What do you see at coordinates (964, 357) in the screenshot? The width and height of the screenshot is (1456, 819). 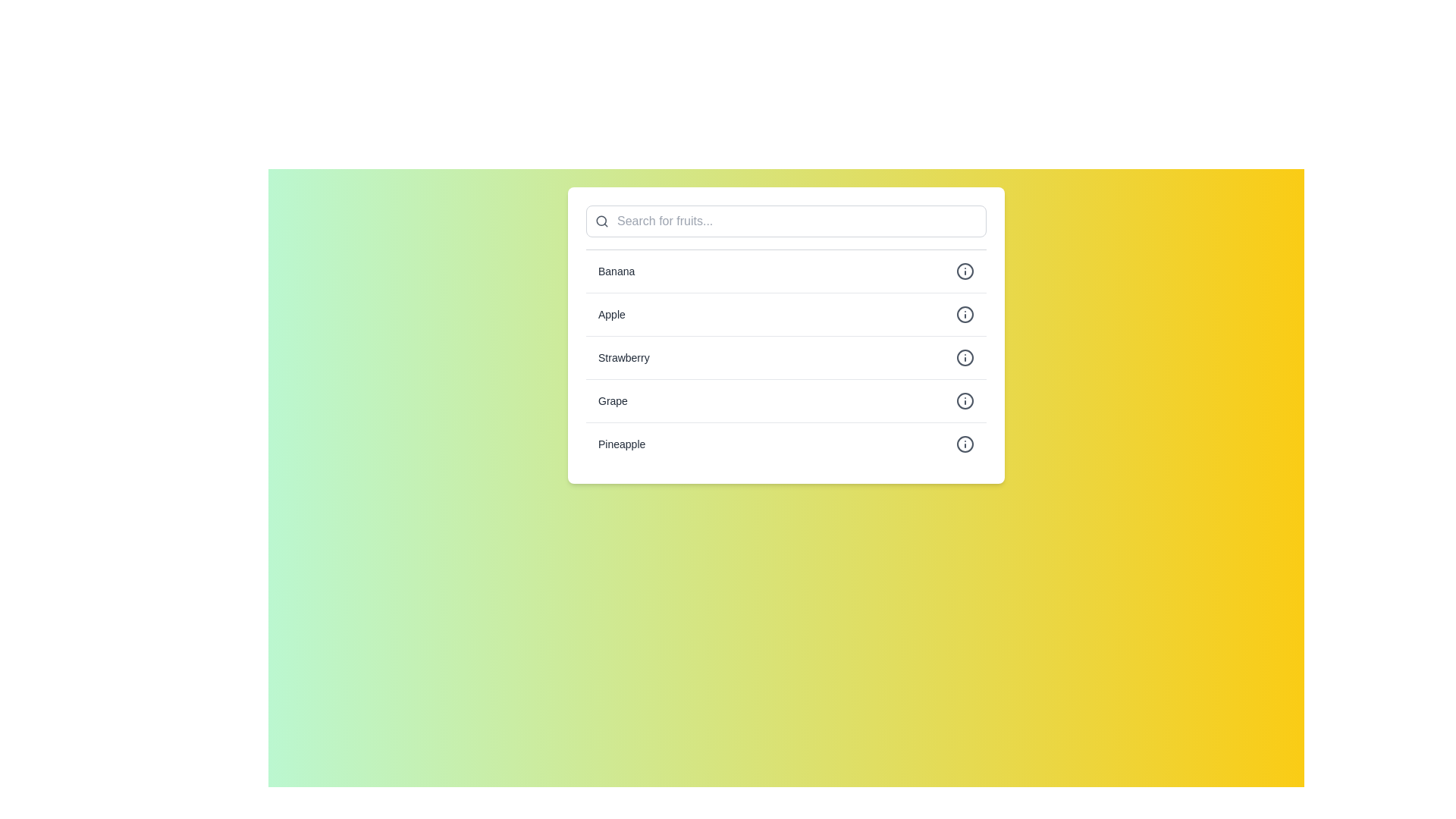 I see `the circular graphical element associated with the list item labeled 'Strawberry', which is located on the right side of its row` at bounding box center [964, 357].